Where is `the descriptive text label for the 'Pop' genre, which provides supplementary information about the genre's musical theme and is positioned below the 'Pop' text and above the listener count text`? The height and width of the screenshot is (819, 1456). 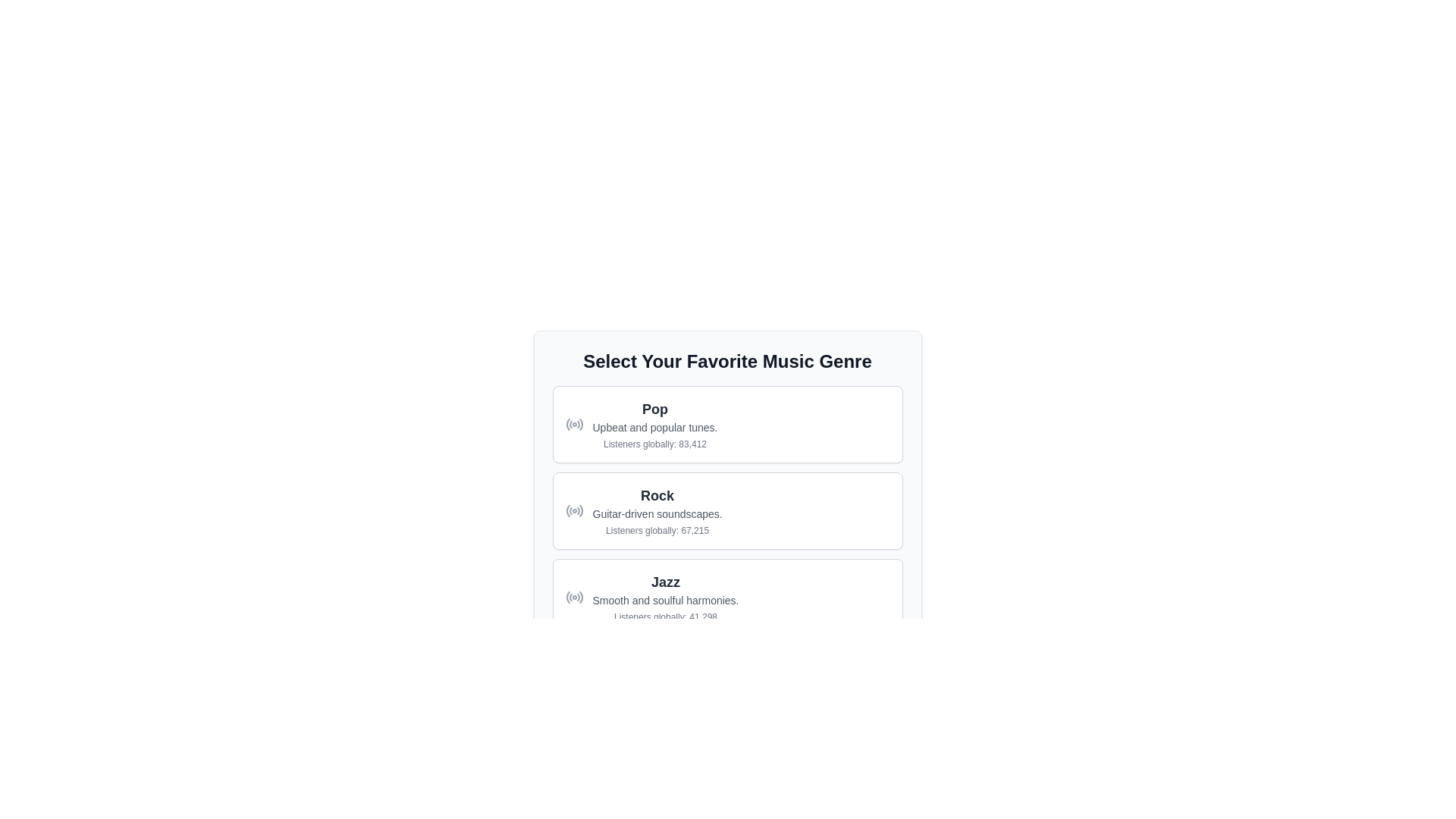
the descriptive text label for the 'Pop' genre, which provides supplementary information about the genre's musical theme and is positioned below the 'Pop' text and above the listener count text is located at coordinates (655, 427).